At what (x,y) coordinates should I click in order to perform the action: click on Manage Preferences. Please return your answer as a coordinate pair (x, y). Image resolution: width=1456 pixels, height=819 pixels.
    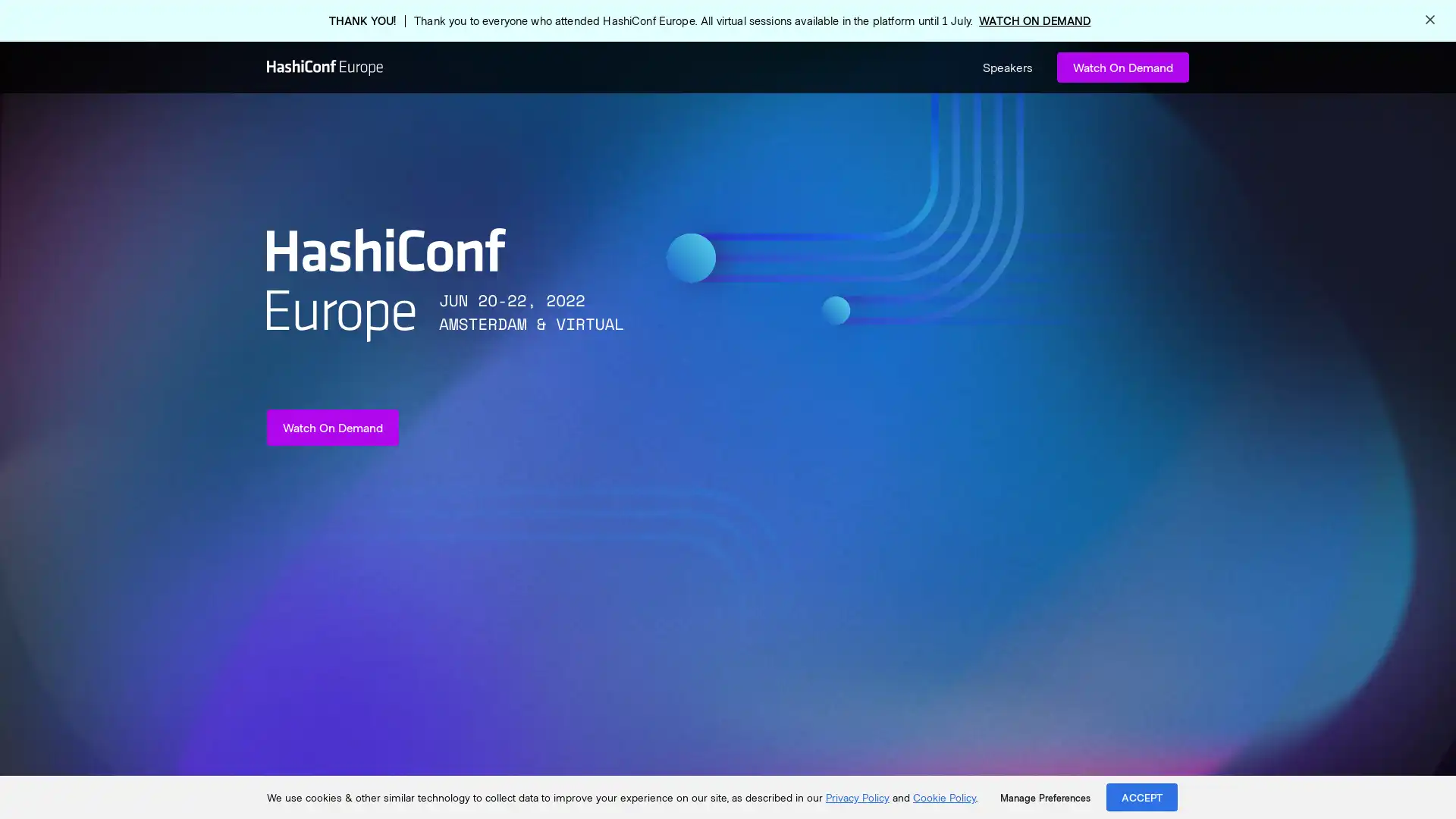
    Looking at the image, I should click on (1044, 797).